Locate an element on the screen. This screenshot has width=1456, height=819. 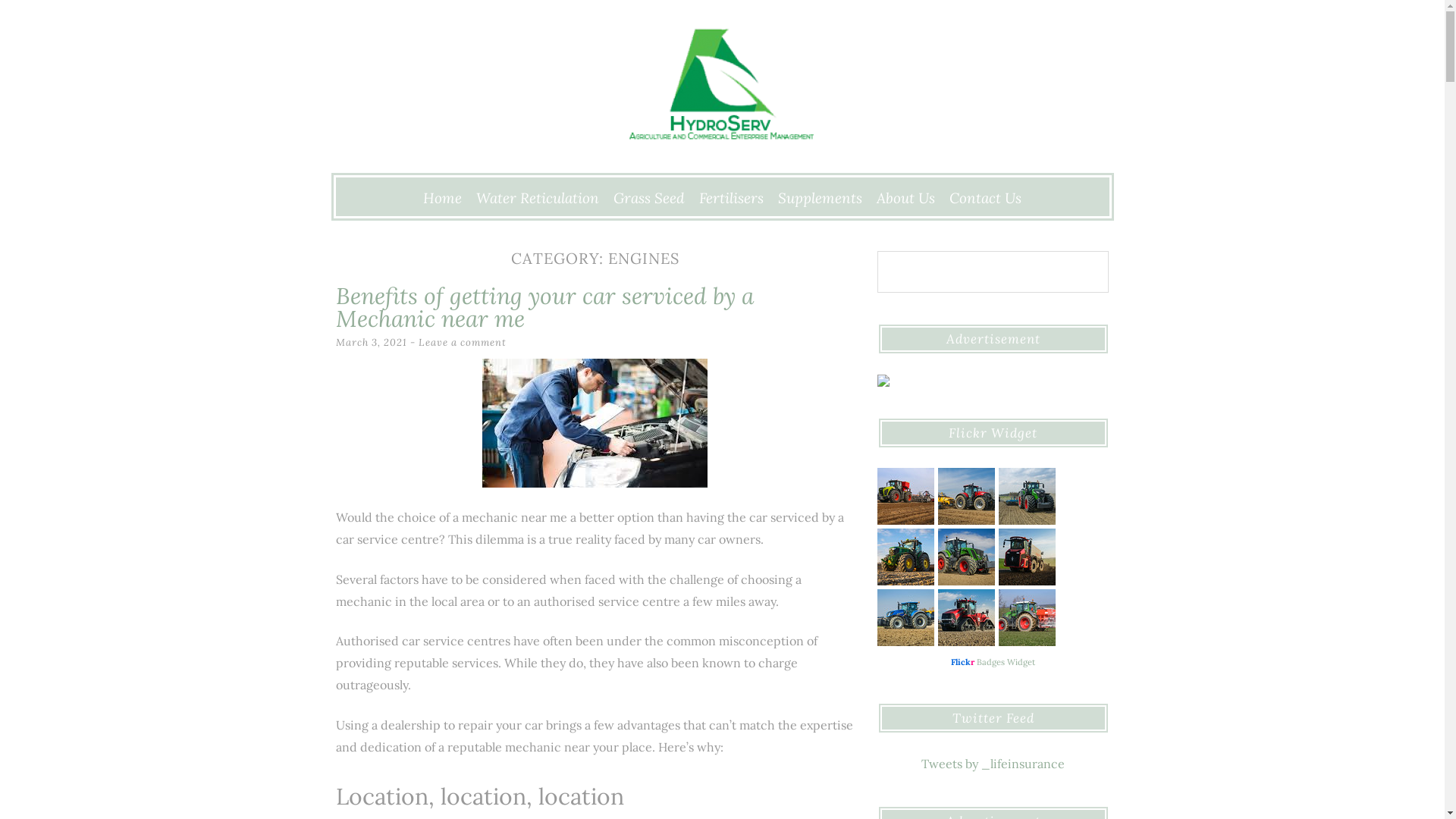
'Tweets by _lifeinsurance' is located at coordinates (993, 763).